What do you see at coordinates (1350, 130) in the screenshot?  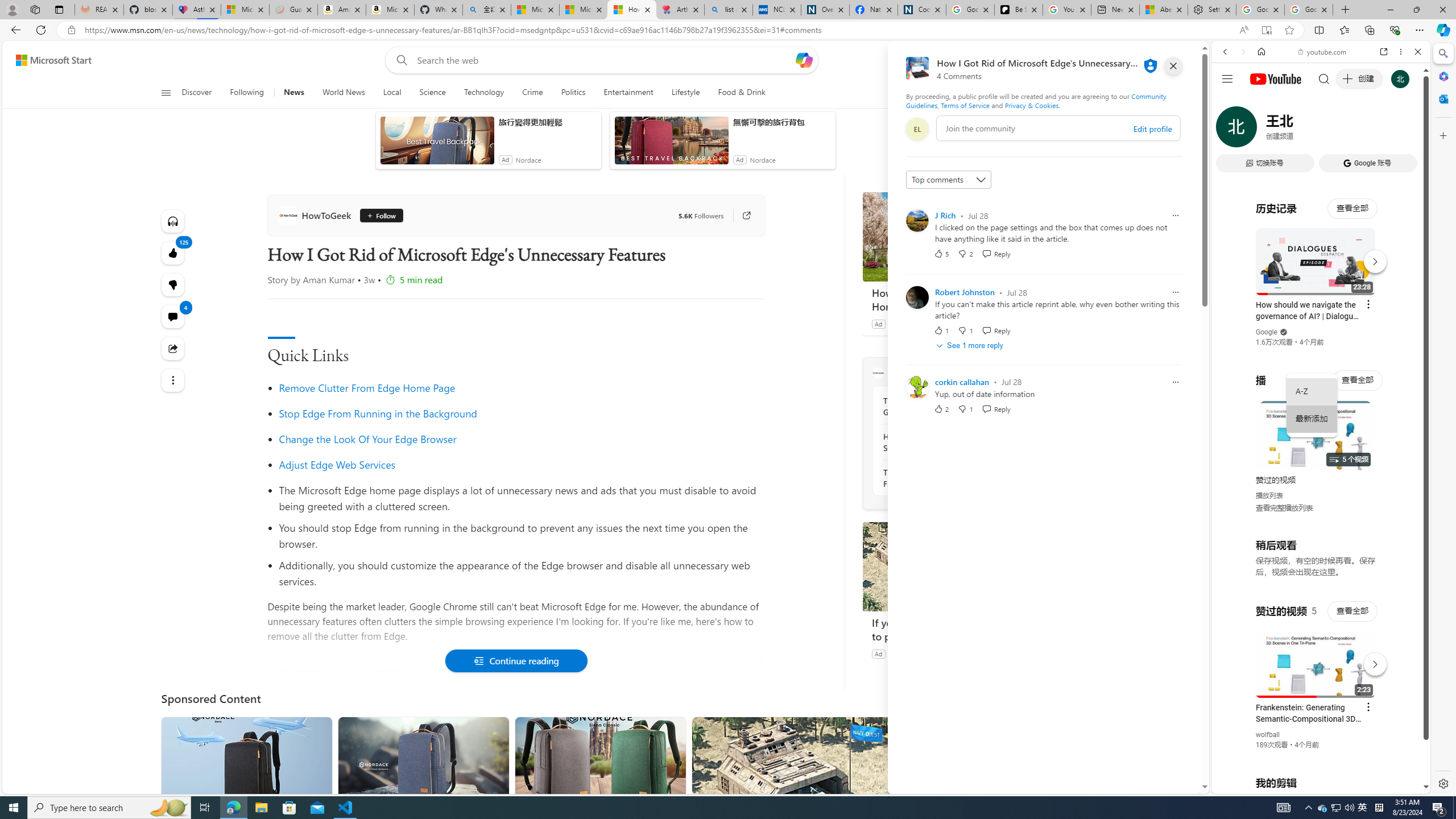 I see `'SEARCH TOOLS'` at bounding box center [1350, 130].